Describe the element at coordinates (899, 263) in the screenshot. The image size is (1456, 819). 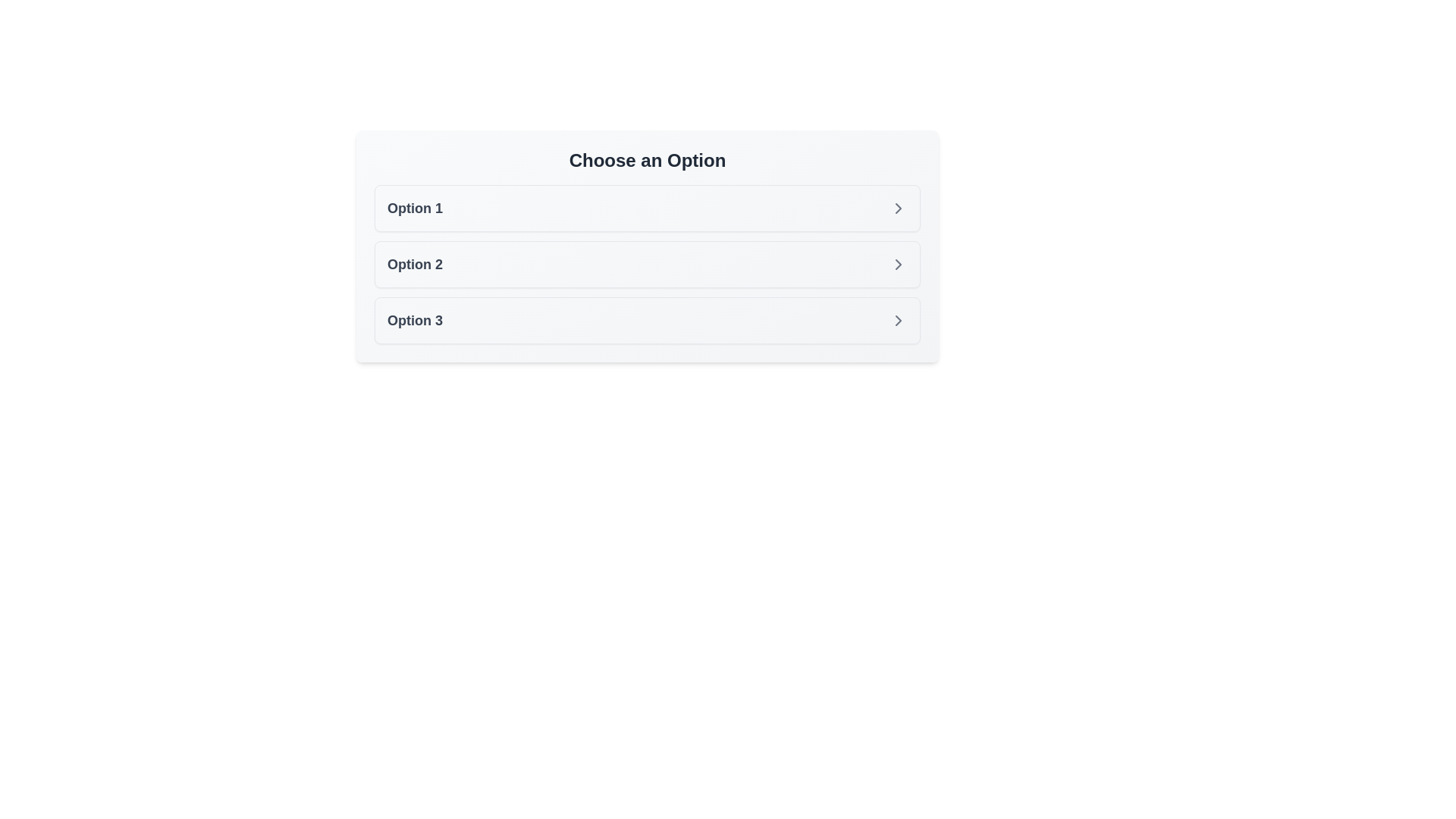
I see `the clickable icon located at the far right end of the second option row in a vertical list of three options` at that location.